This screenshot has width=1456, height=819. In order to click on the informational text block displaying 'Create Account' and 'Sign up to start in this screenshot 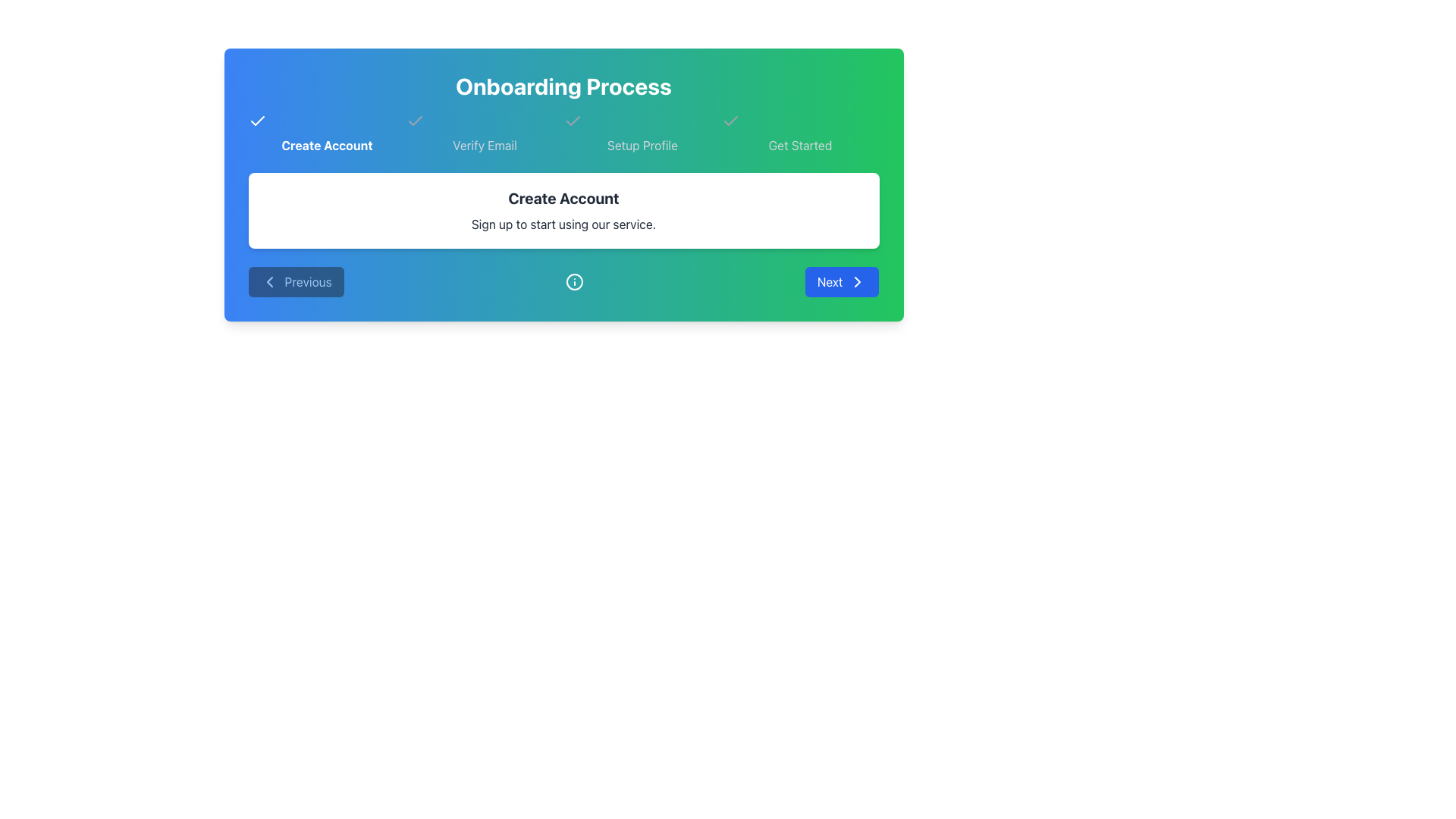, I will do `click(563, 210)`.